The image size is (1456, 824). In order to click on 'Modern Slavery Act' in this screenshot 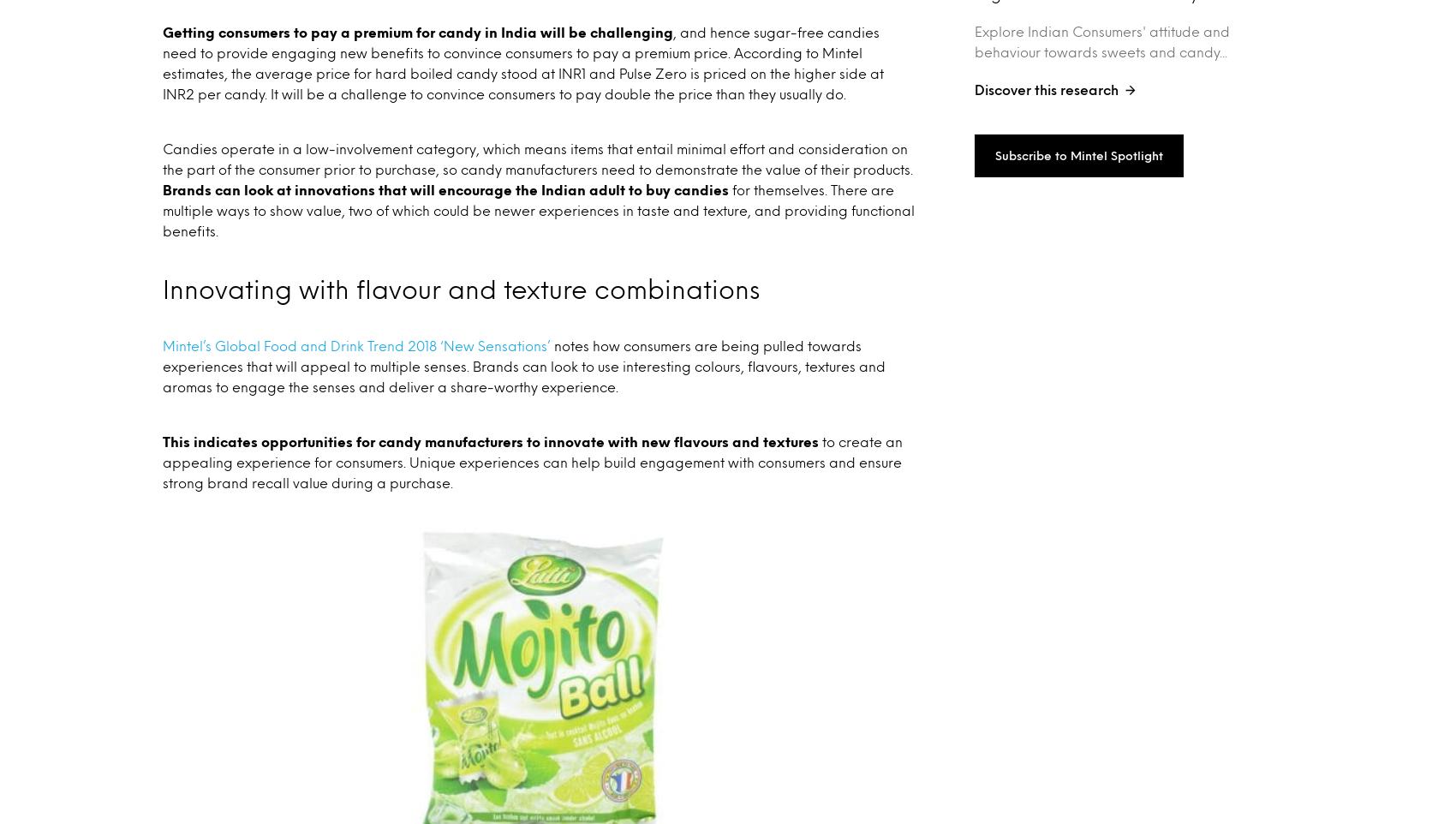, I will do `click(1183, 618)`.